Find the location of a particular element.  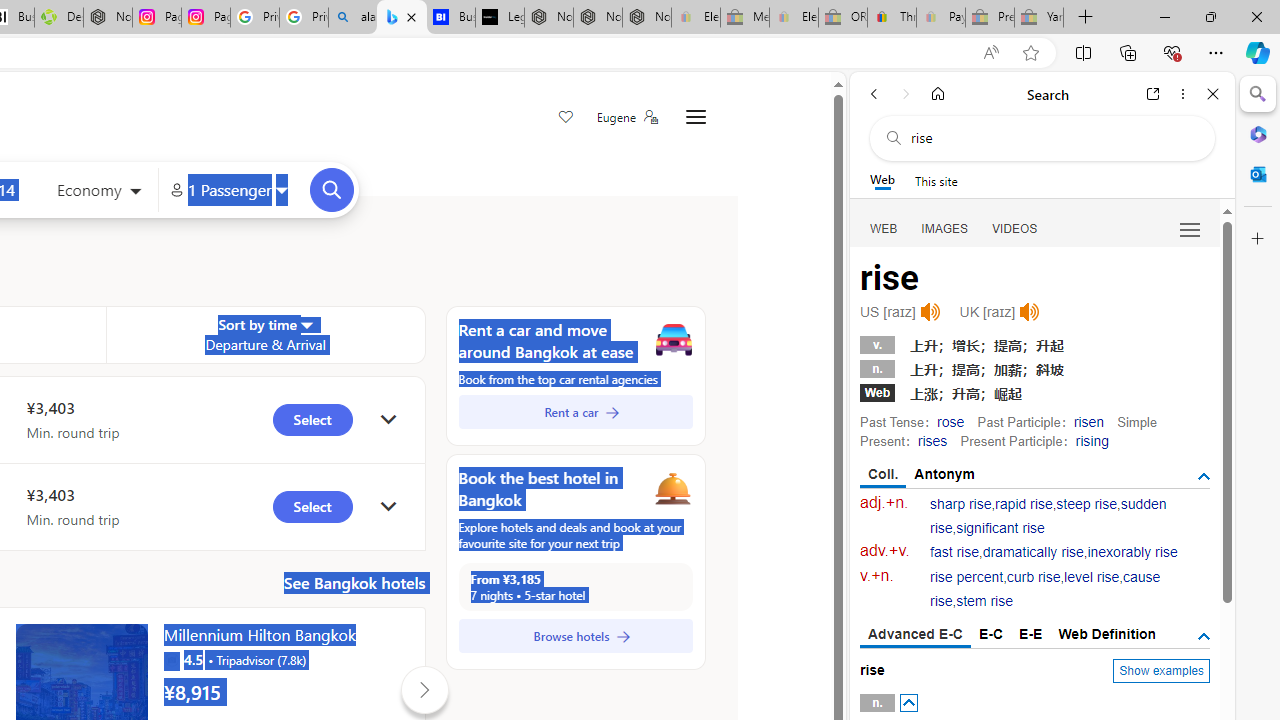

'Payments Terms of Use | eBay.com - Sleeping' is located at coordinates (939, 17).